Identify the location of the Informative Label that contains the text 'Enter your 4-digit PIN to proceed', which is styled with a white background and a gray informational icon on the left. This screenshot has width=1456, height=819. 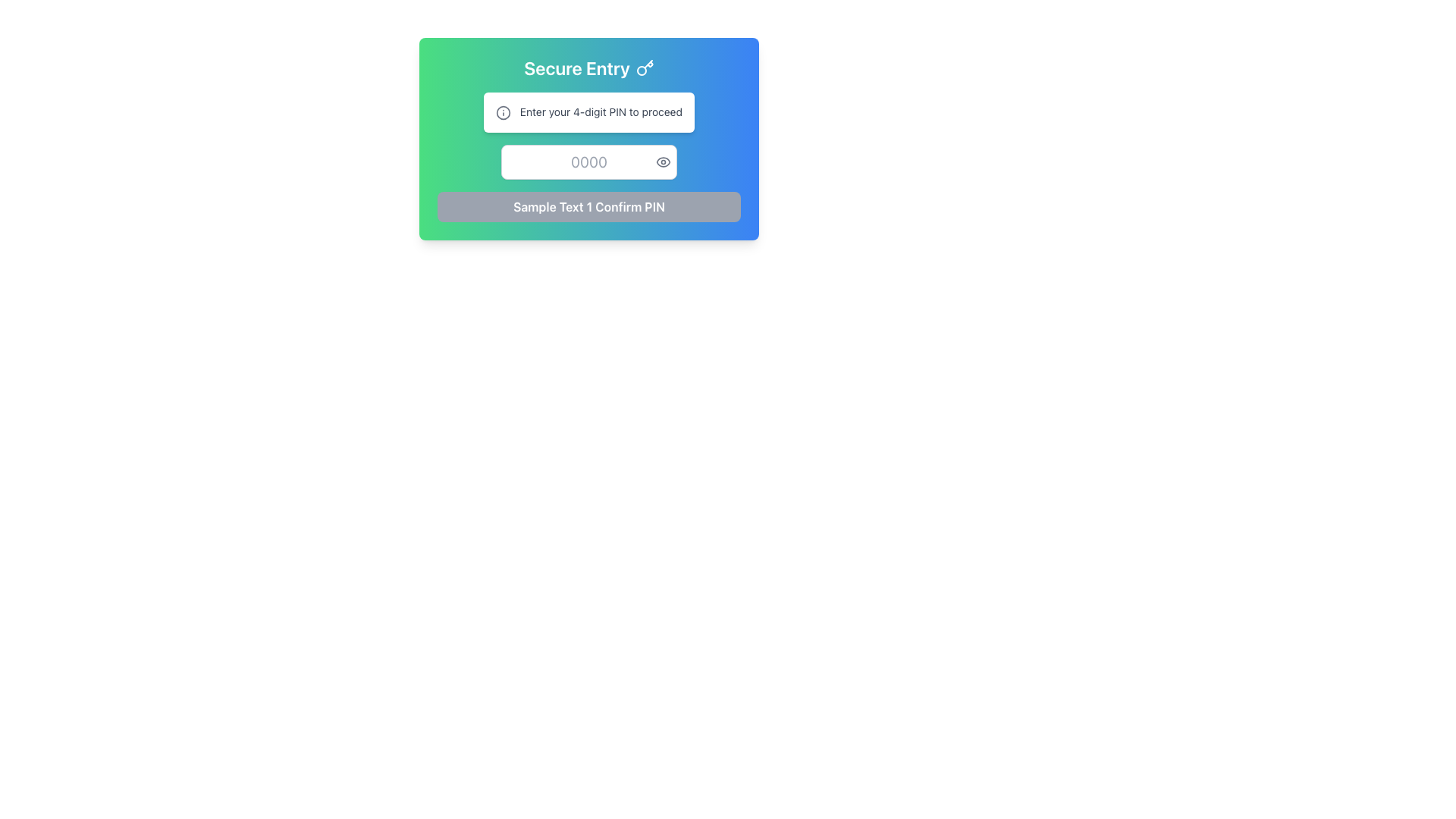
(588, 111).